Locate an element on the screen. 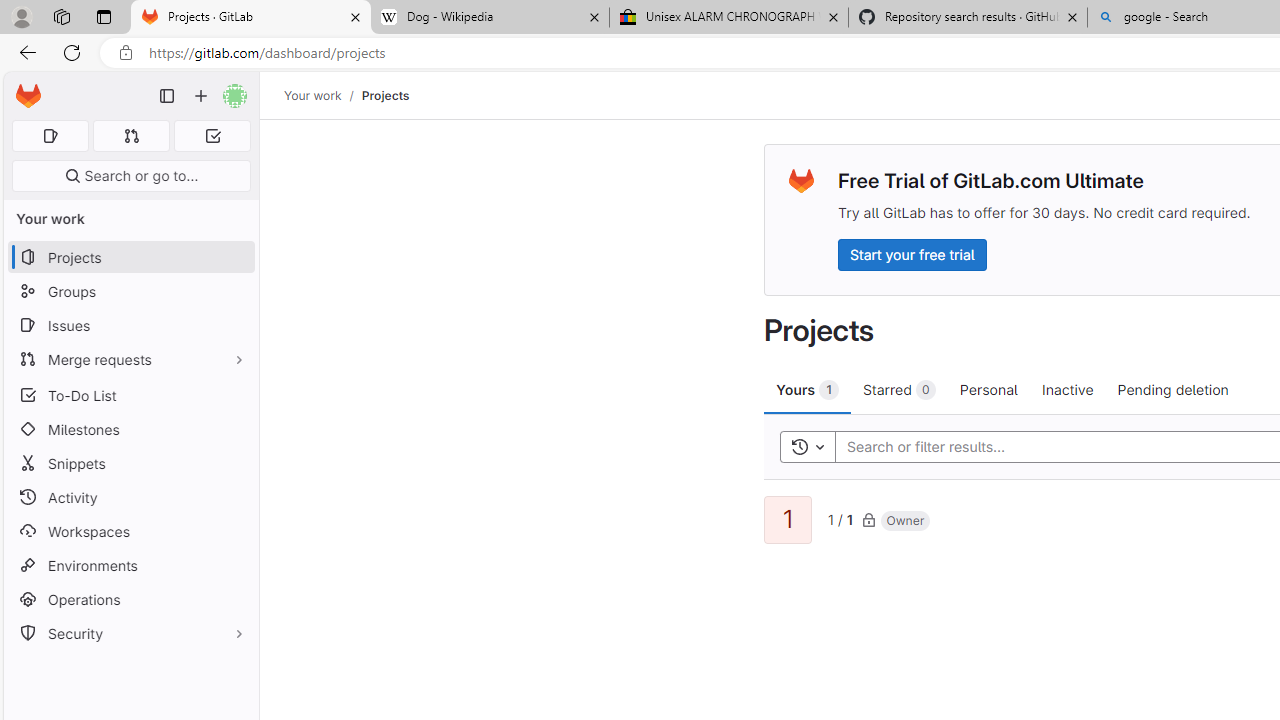 The height and width of the screenshot is (720, 1280). 'Skip to main content' is located at coordinates (23, 86).